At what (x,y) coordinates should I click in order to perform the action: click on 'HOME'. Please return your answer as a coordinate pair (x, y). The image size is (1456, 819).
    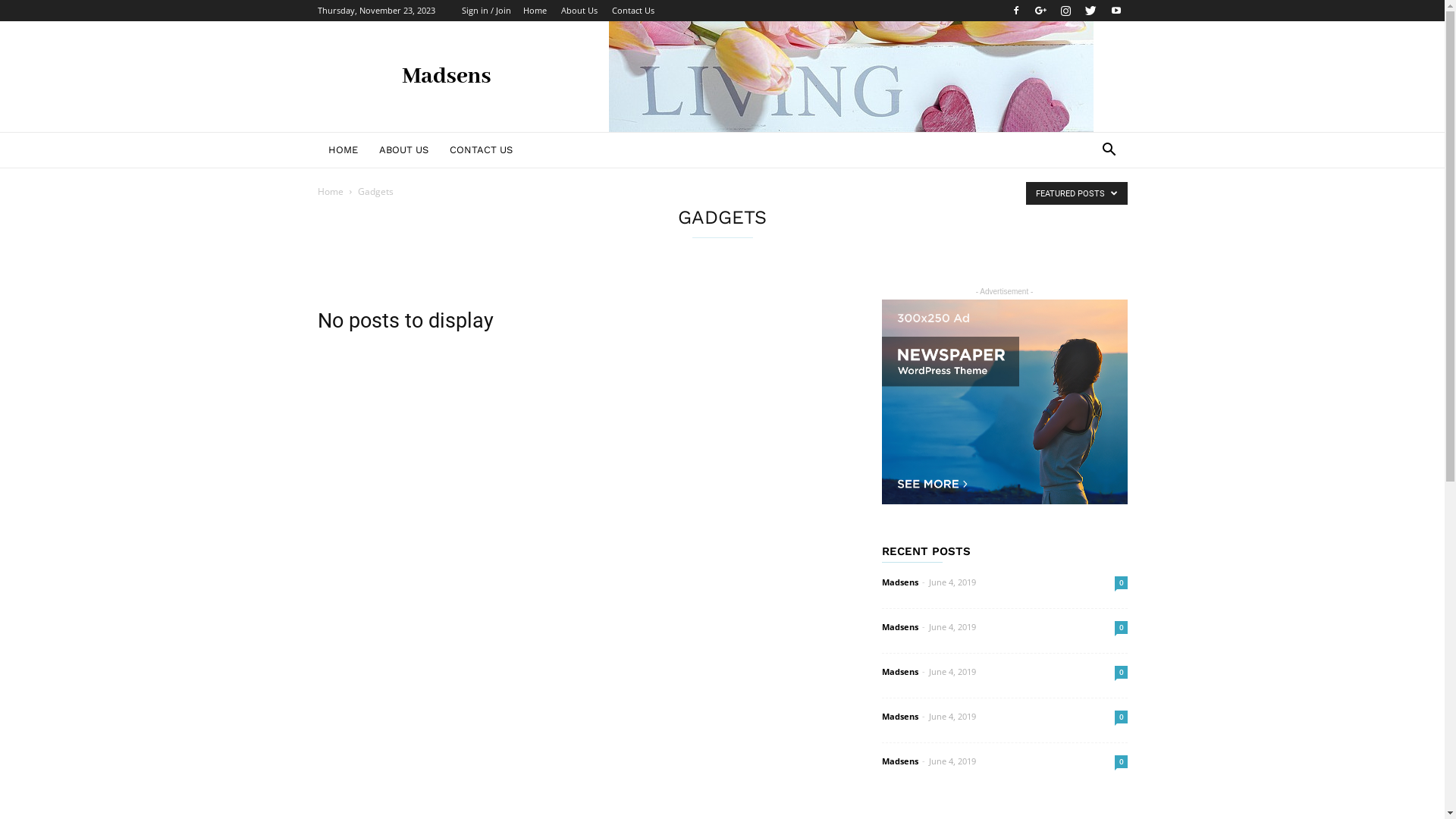
    Looking at the image, I should click on (341, 149).